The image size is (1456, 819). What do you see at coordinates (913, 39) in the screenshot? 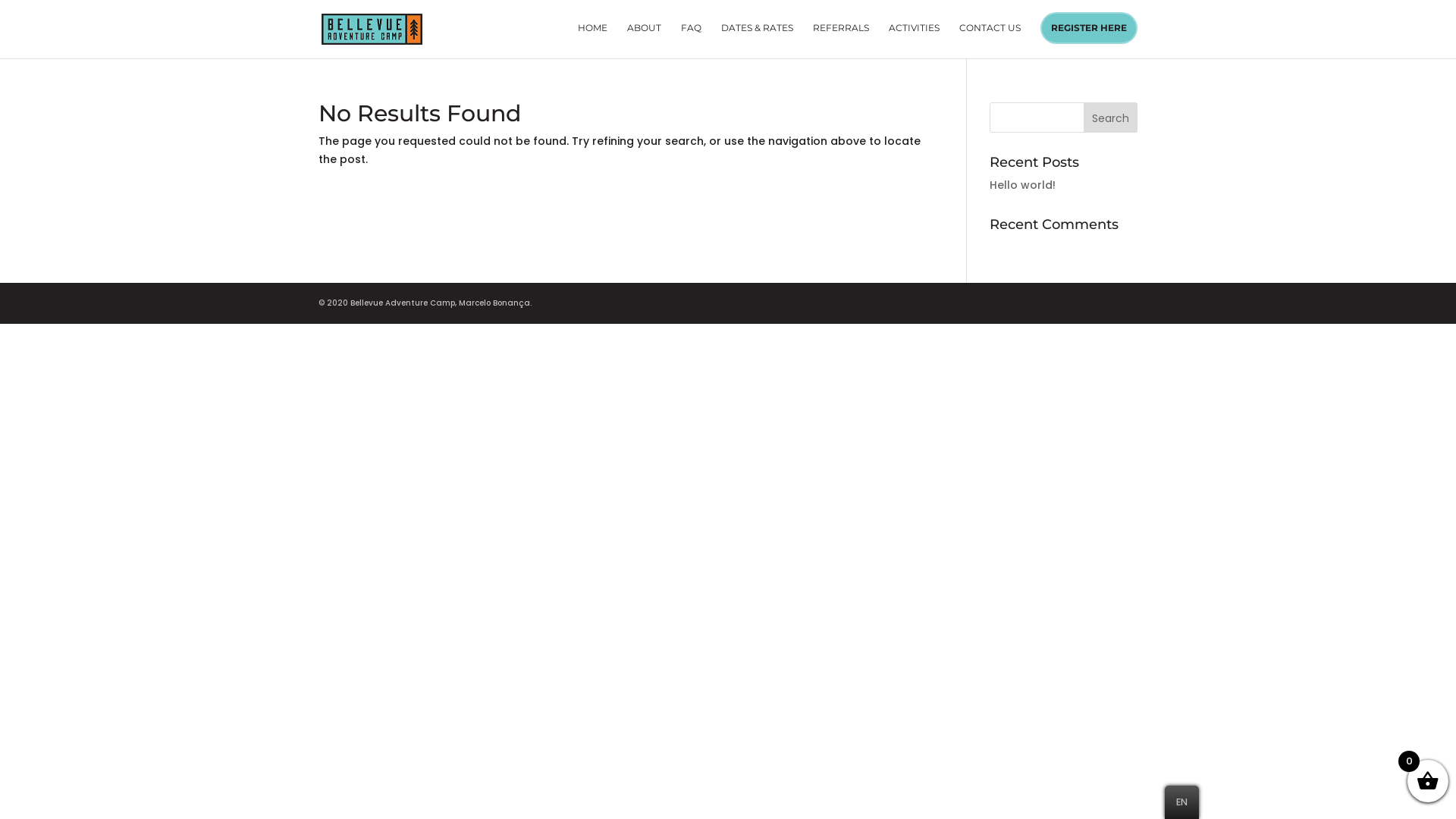
I see `'ACTIVITIES'` at bounding box center [913, 39].